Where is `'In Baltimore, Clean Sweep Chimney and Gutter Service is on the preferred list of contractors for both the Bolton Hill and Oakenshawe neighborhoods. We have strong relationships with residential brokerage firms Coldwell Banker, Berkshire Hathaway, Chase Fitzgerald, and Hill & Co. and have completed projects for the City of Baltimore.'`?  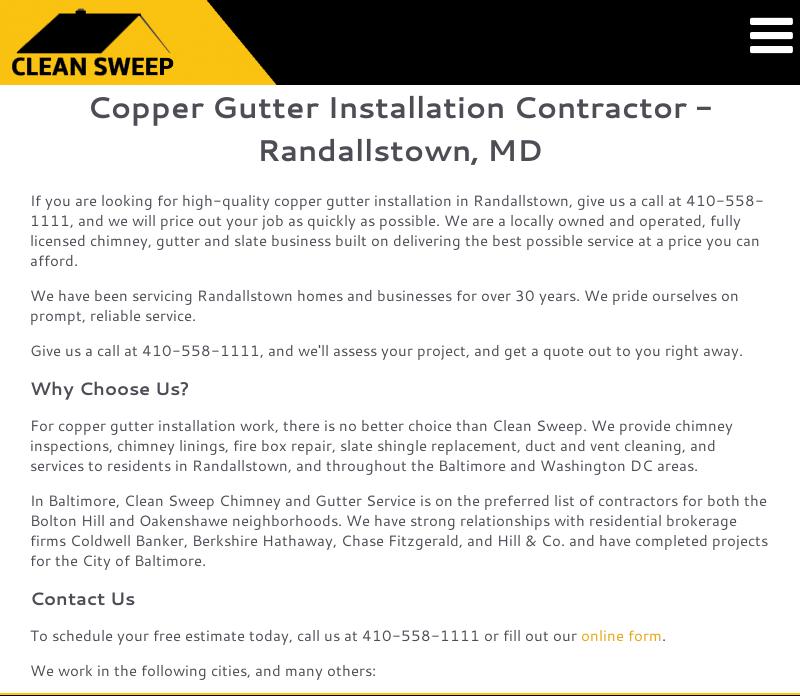
'In Baltimore, Clean Sweep Chimney and Gutter Service is on the preferred list of contractors for both the Bolton Hill and Oakenshawe neighborhoods. We have strong relationships with residential brokerage firms Coldwell Banker, Berkshire Hathaway, Chase Fitzgerald, and Hill & Co. and have completed projects for the City of Baltimore.' is located at coordinates (397, 530).